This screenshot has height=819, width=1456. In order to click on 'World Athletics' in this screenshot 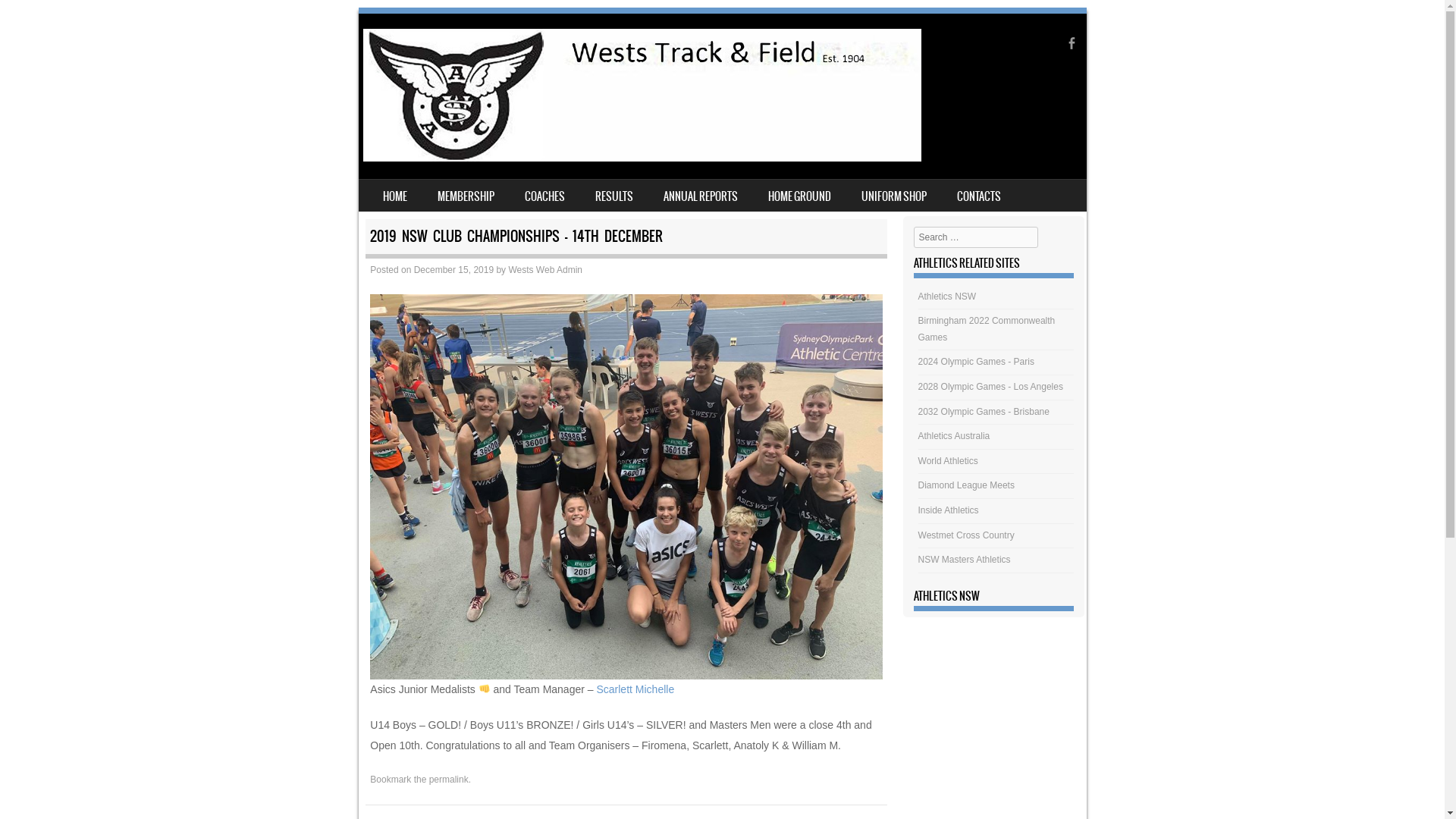, I will do `click(947, 460)`.